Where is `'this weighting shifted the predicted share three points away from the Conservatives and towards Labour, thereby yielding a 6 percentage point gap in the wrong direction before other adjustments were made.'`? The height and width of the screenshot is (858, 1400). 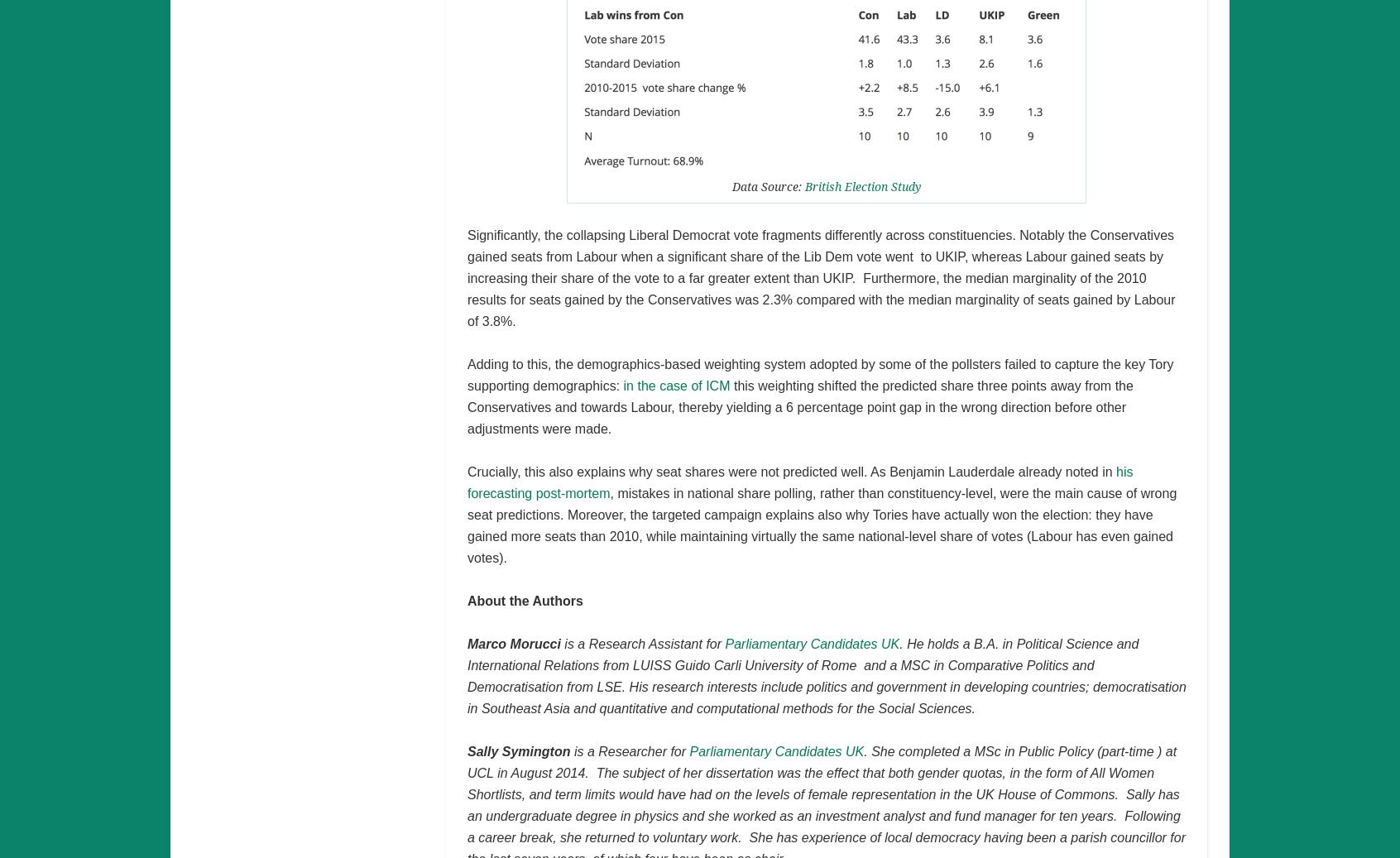 'this weighting shifted the predicted share three points away from the Conservatives and towards Labour, thereby yielding a 6 percentage point gap in the wrong direction before other adjustments were made.' is located at coordinates (799, 405).